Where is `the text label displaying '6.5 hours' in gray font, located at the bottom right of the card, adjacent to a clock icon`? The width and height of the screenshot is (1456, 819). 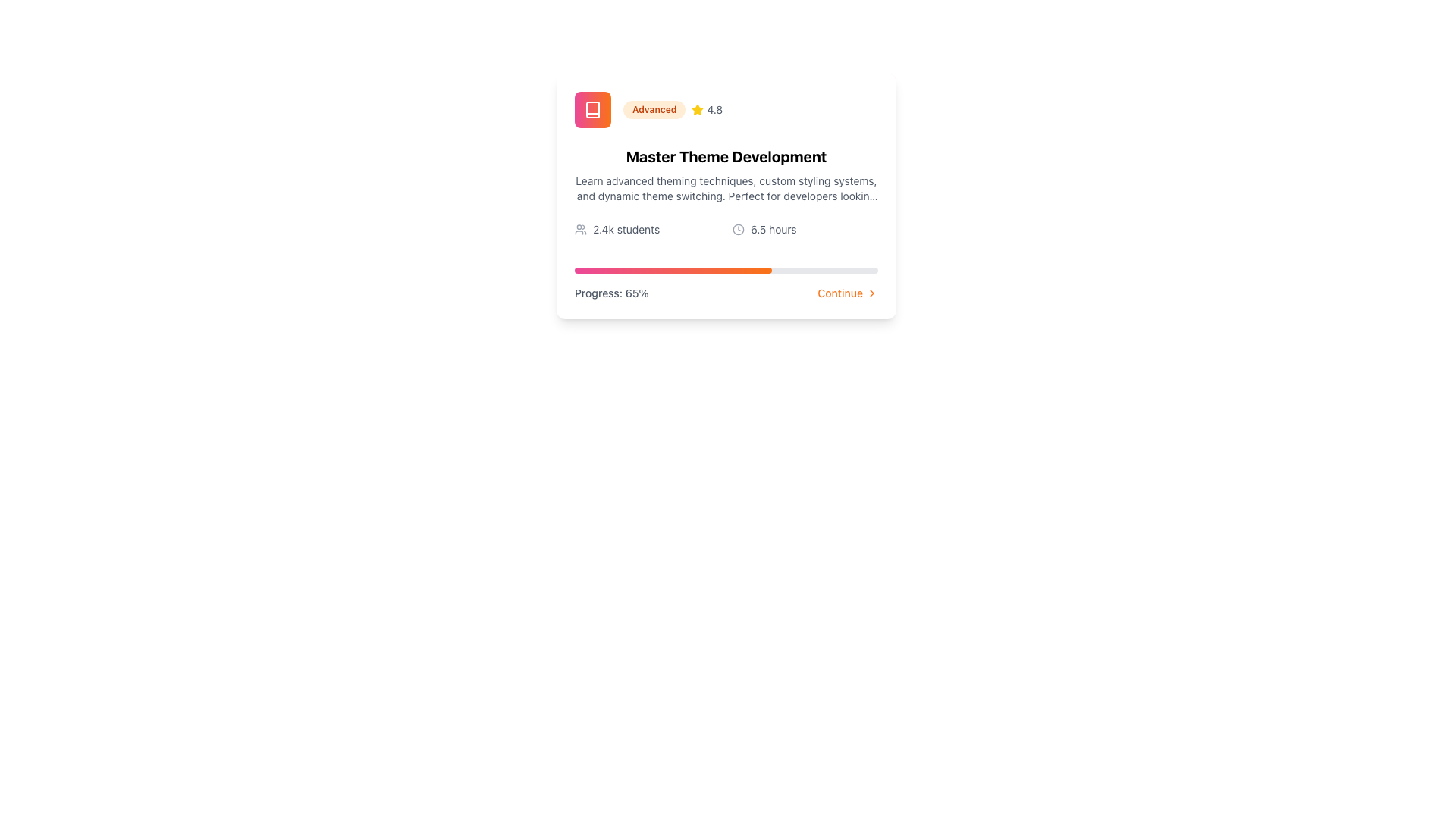
the text label displaying '6.5 hours' in gray font, located at the bottom right of the card, adjacent to a clock icon is located at coordinates (773, 230).